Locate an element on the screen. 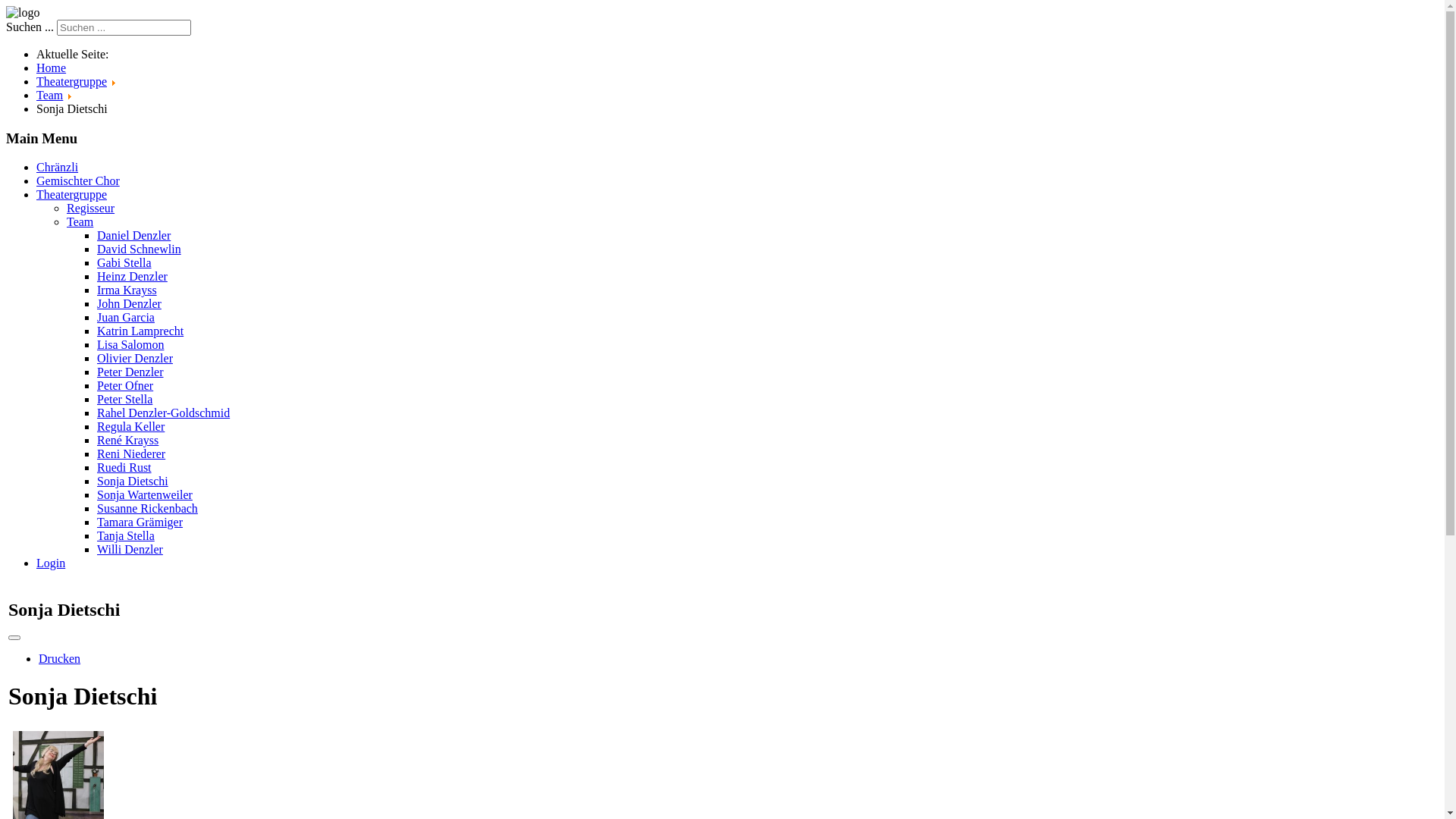 Image resolution: width=1456 pixels, height=819 pixels. 'Rahel Denzler-Goldschmid' is located at coordinates (163, 413).